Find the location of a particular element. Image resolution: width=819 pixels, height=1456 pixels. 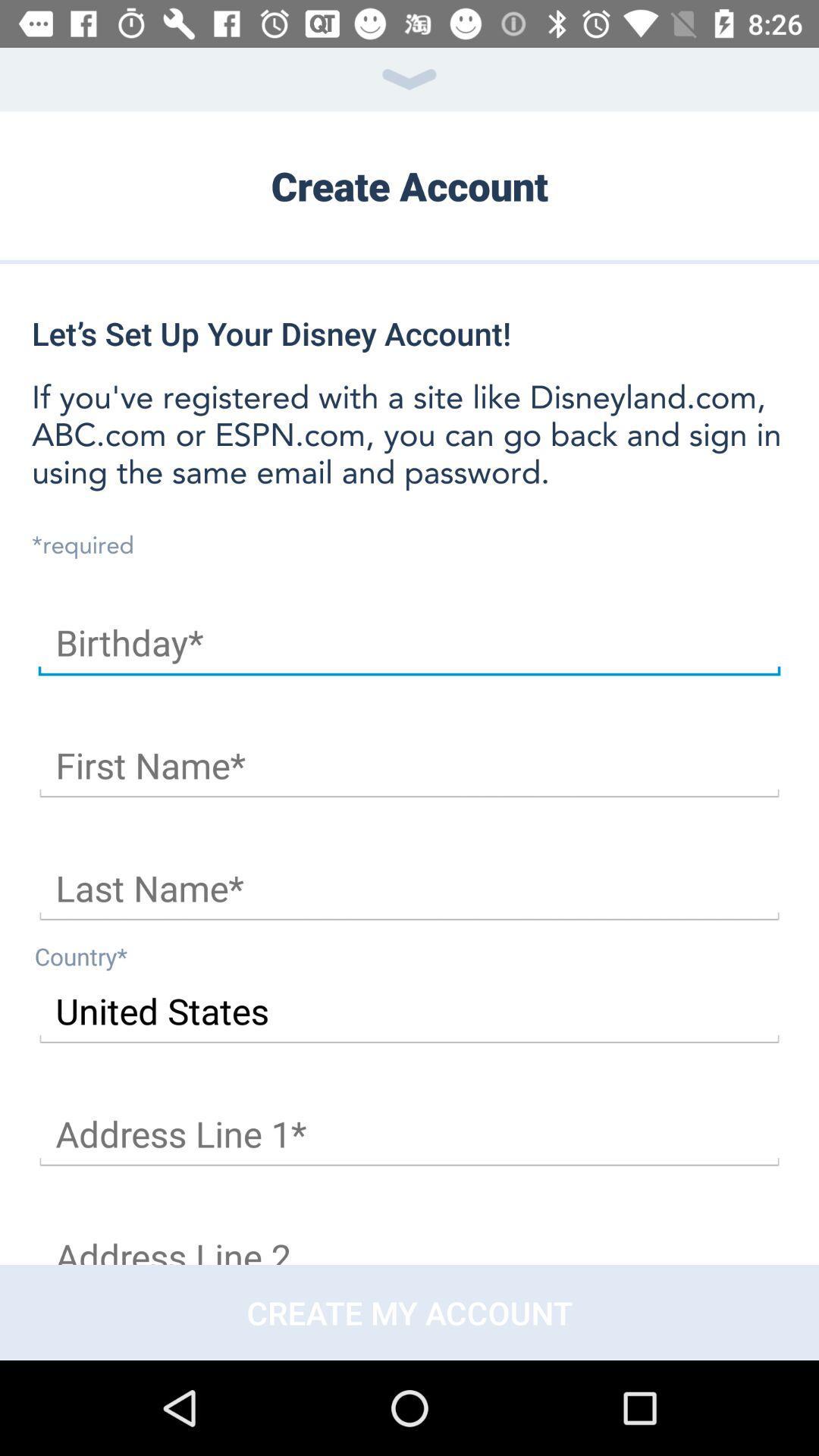

address textbox is located at coordinates (409, 1134).